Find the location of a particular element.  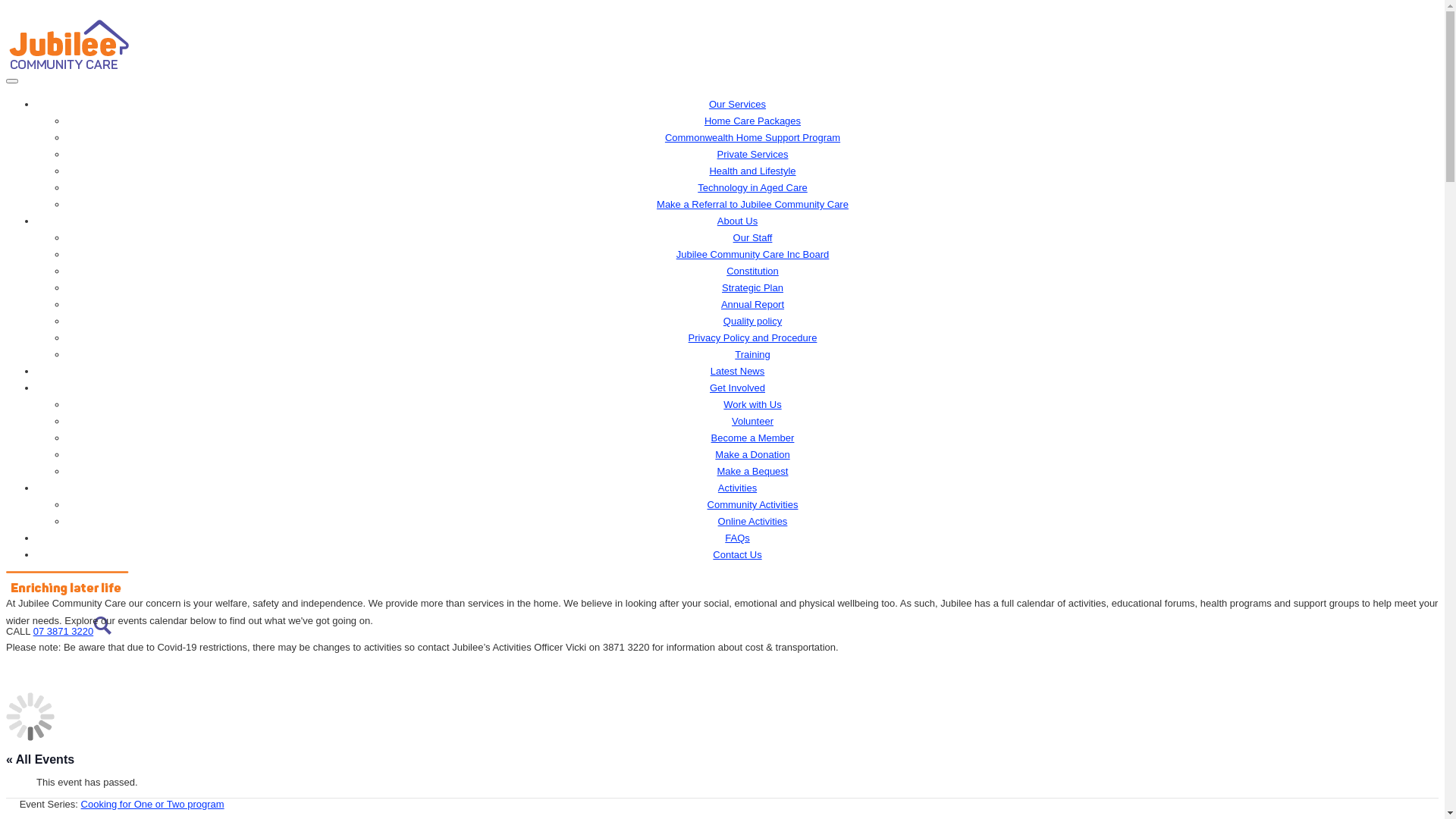

'07 3871 3220' is located at coordinates (63, 631).